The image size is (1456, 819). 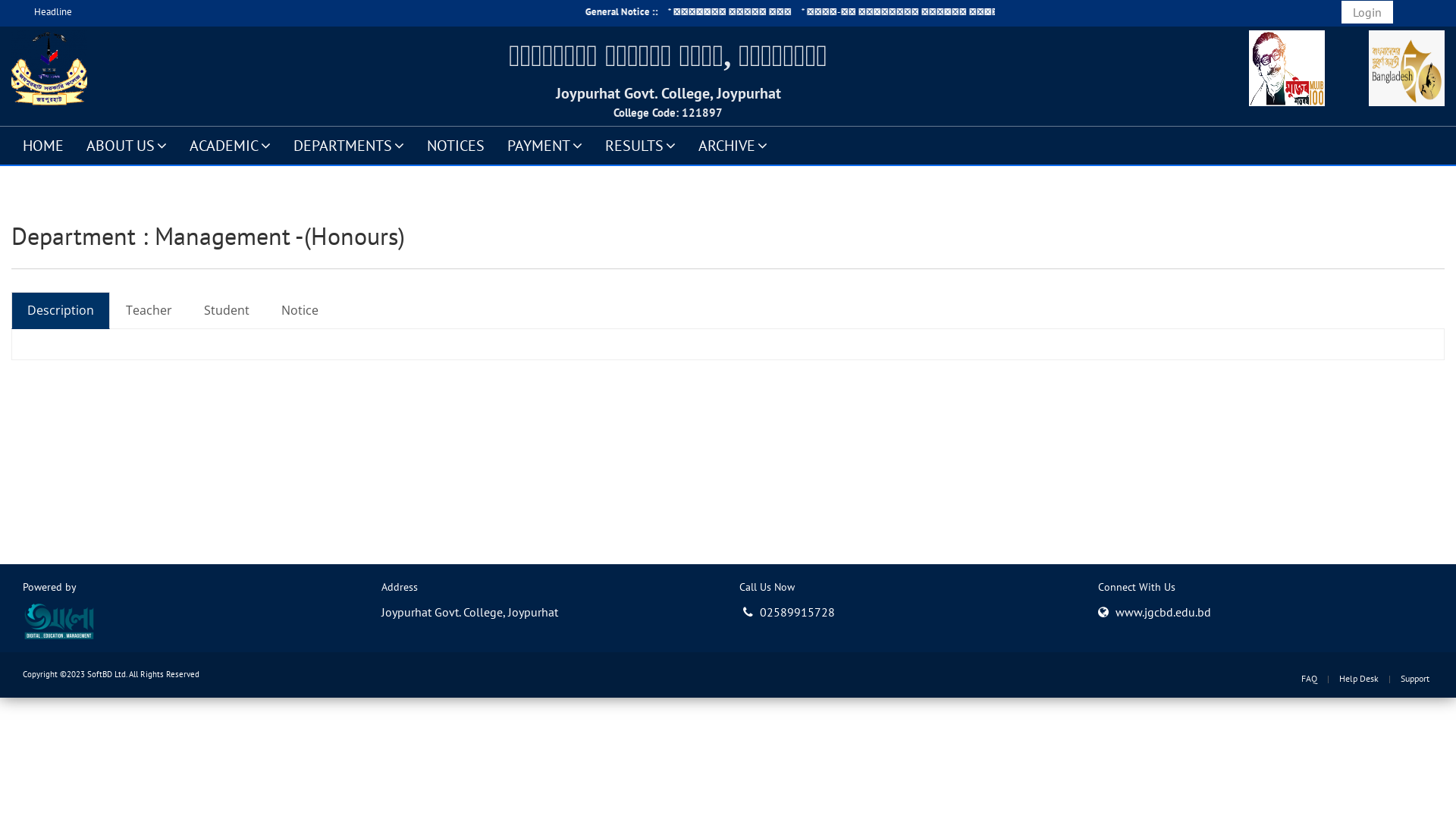 I want to click on 'Login', so click(x=1341, y=11).